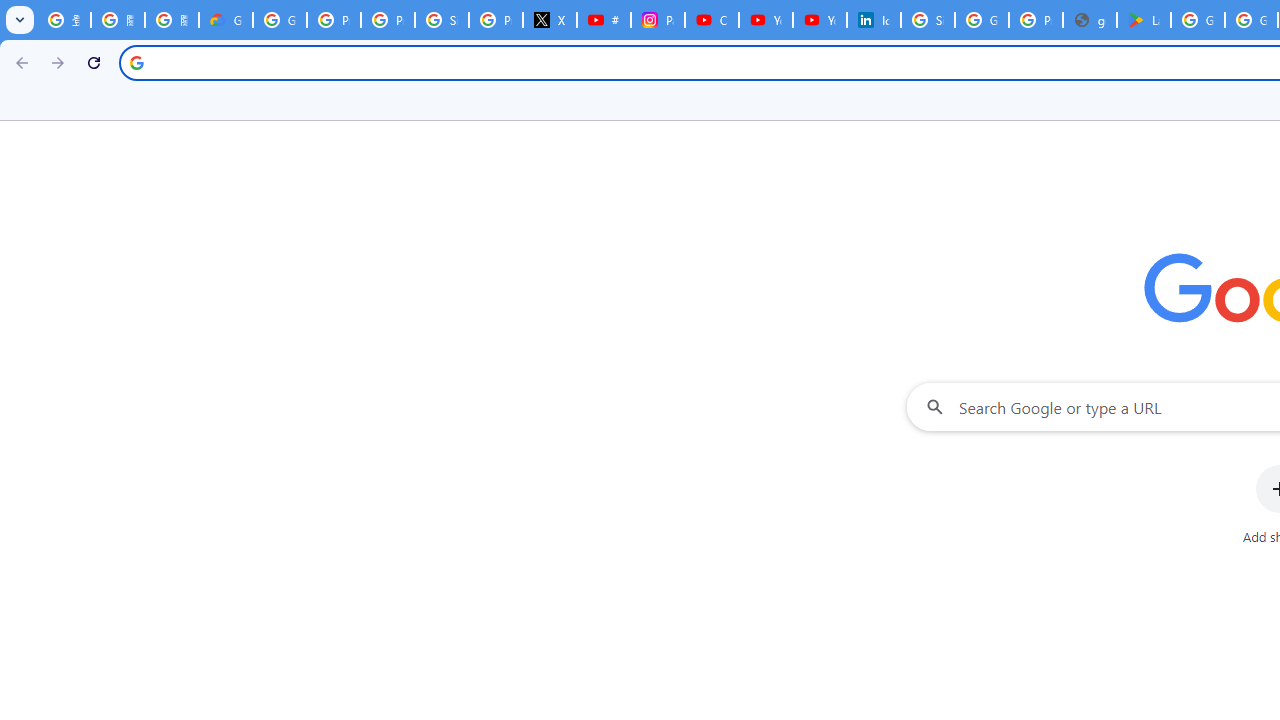 The height and width of the screenshot is (720, 1280). I want to click on 'Privacy Help Center - Policies Help', so click(387, 20).